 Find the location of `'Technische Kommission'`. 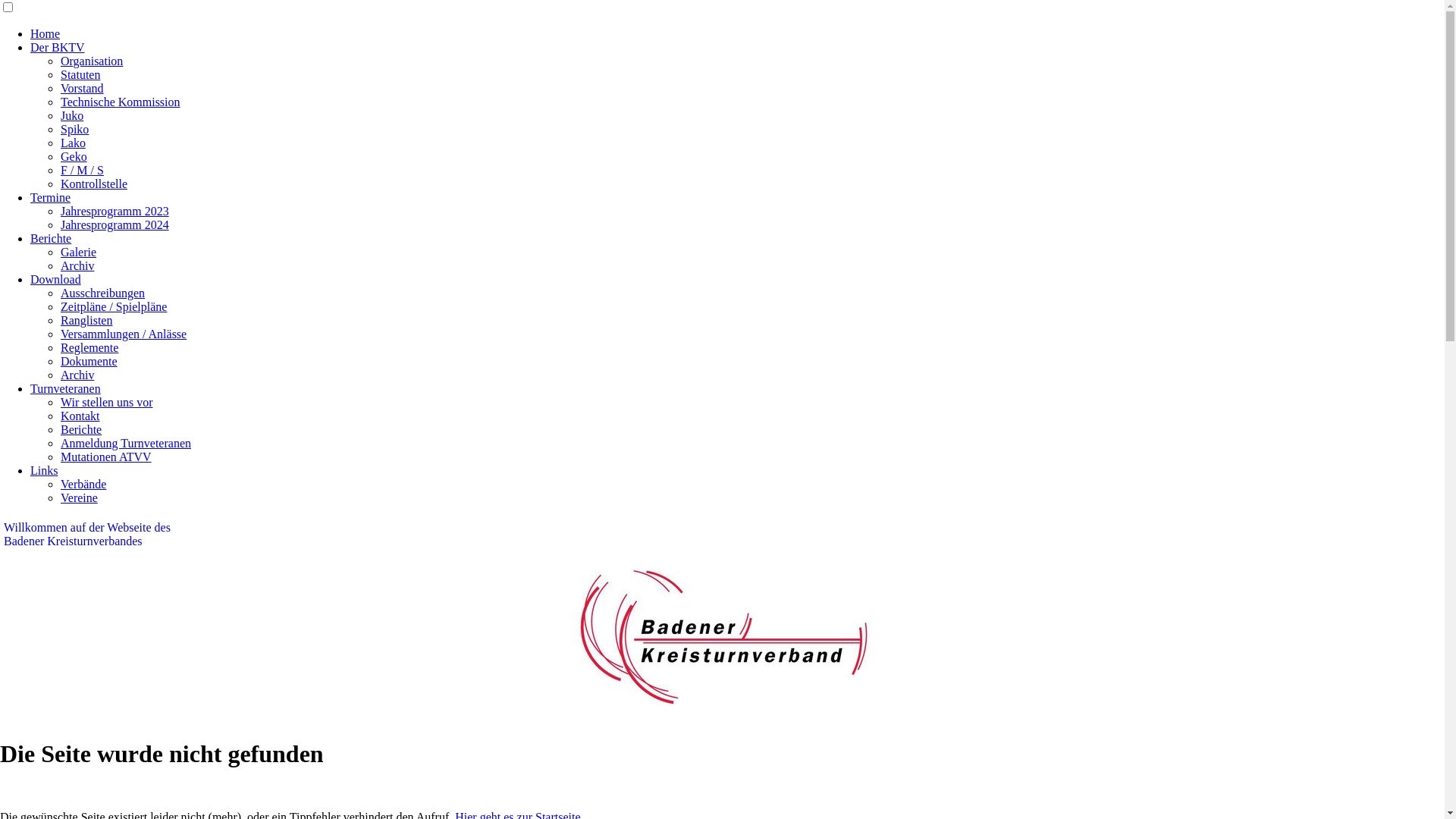

'Technische Kommission' is located at coordinates (119, 102).